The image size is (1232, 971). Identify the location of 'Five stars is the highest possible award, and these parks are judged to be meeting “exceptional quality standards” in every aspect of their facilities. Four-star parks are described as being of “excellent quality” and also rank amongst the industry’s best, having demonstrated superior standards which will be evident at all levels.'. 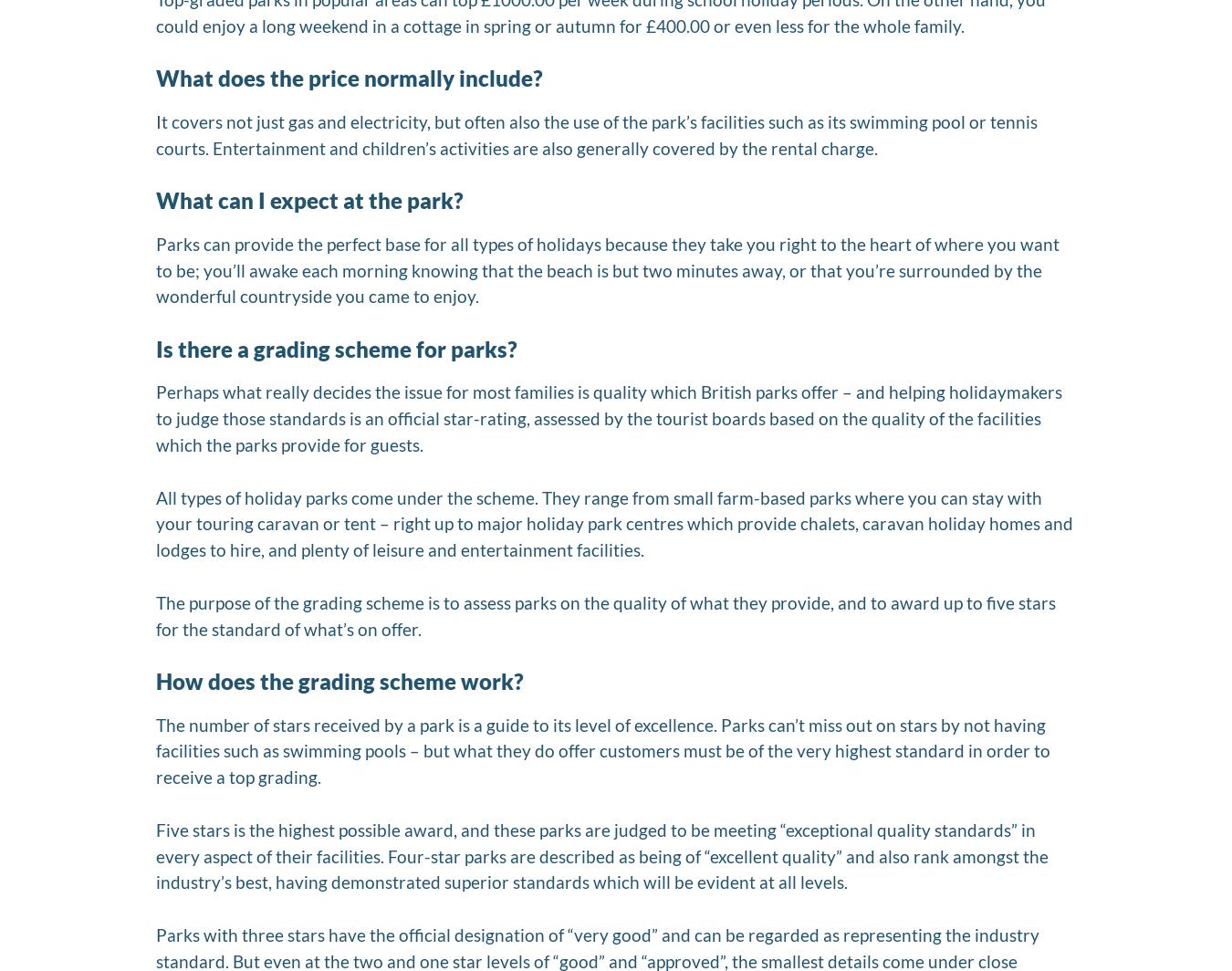
(602, 855).